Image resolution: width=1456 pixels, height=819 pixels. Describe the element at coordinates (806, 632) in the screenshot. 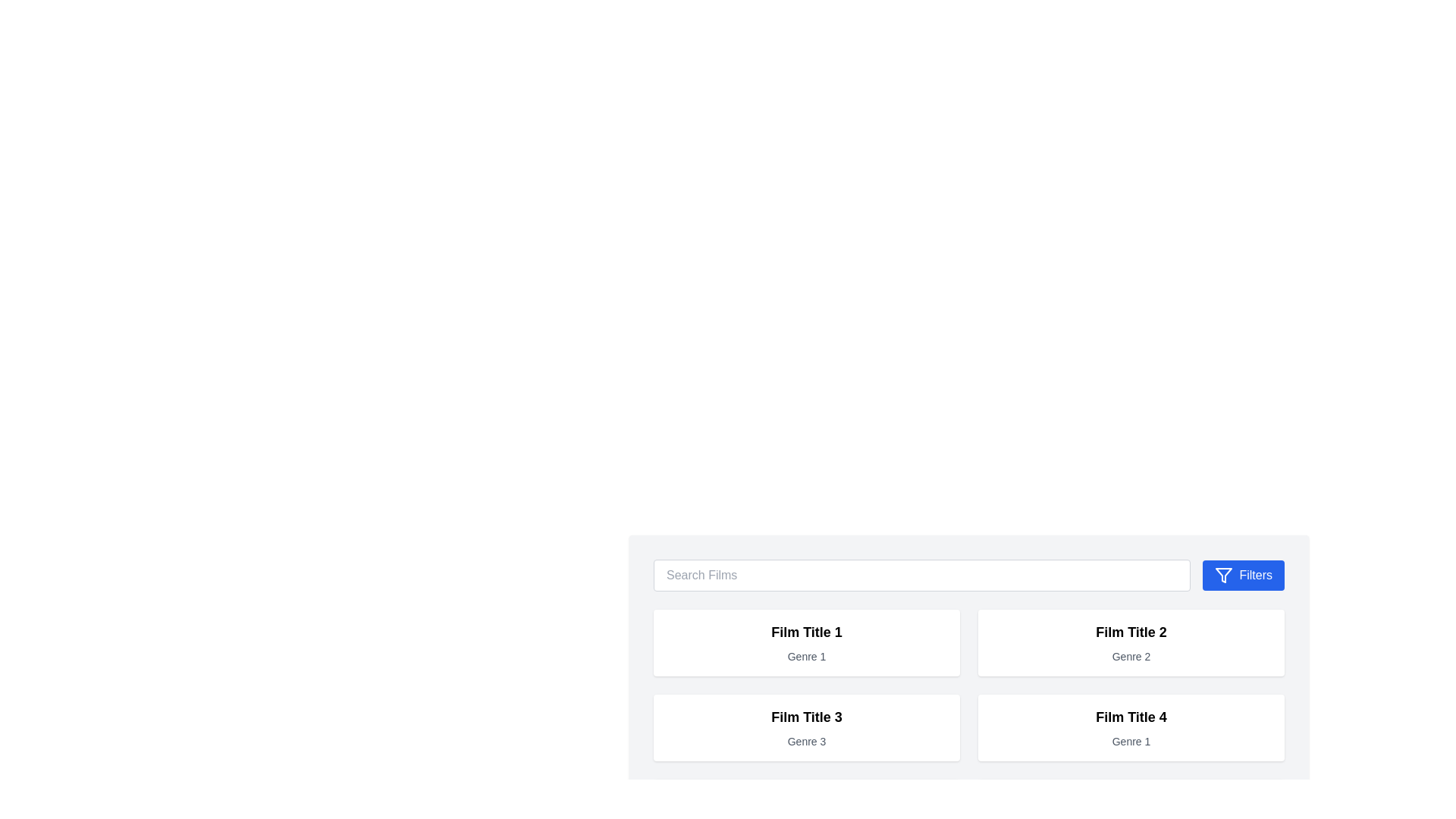

I see `text 'Film Title 1' displayed in bold, large font style located at the top-left corner of a card element` at that location.